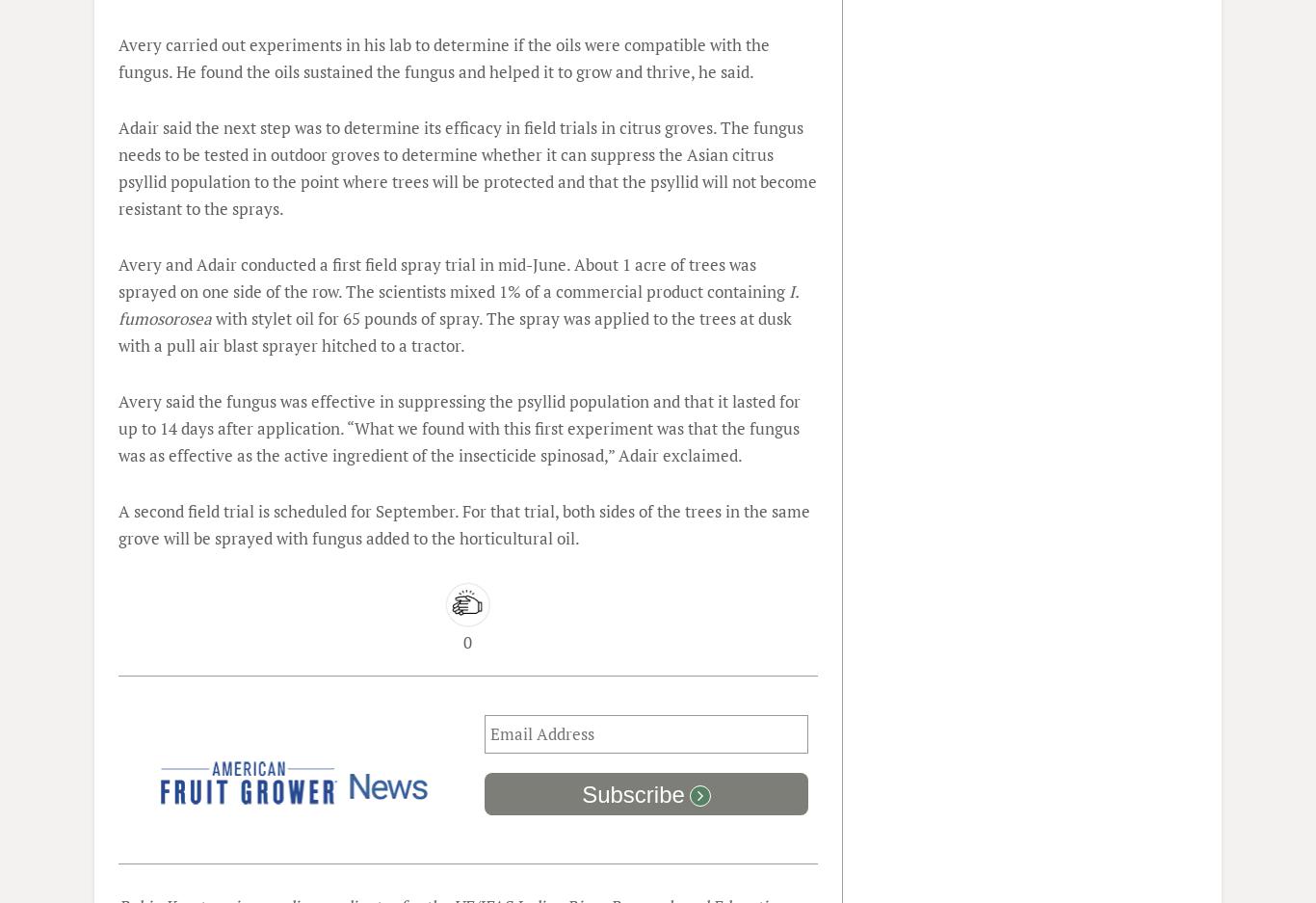  I want to click on 'A second field trial is scheduled for September. For that trial, both sides of the trees in the same grove will be sprayed with fungus added to the horticultural oil.', so click(464, 524).